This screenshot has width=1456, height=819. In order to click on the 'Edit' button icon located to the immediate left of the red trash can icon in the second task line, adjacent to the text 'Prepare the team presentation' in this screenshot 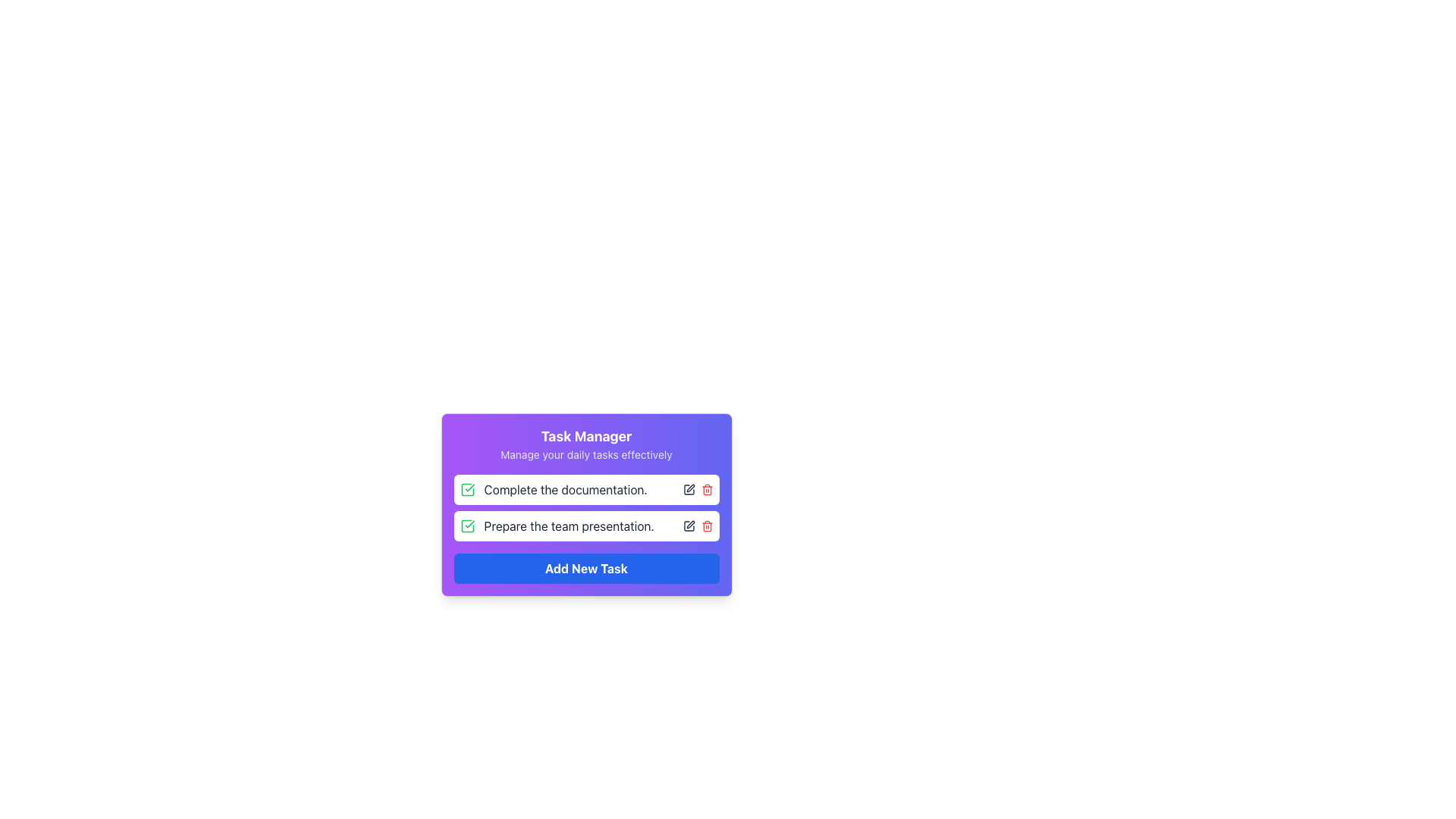, I will do `click(688, 526)`.